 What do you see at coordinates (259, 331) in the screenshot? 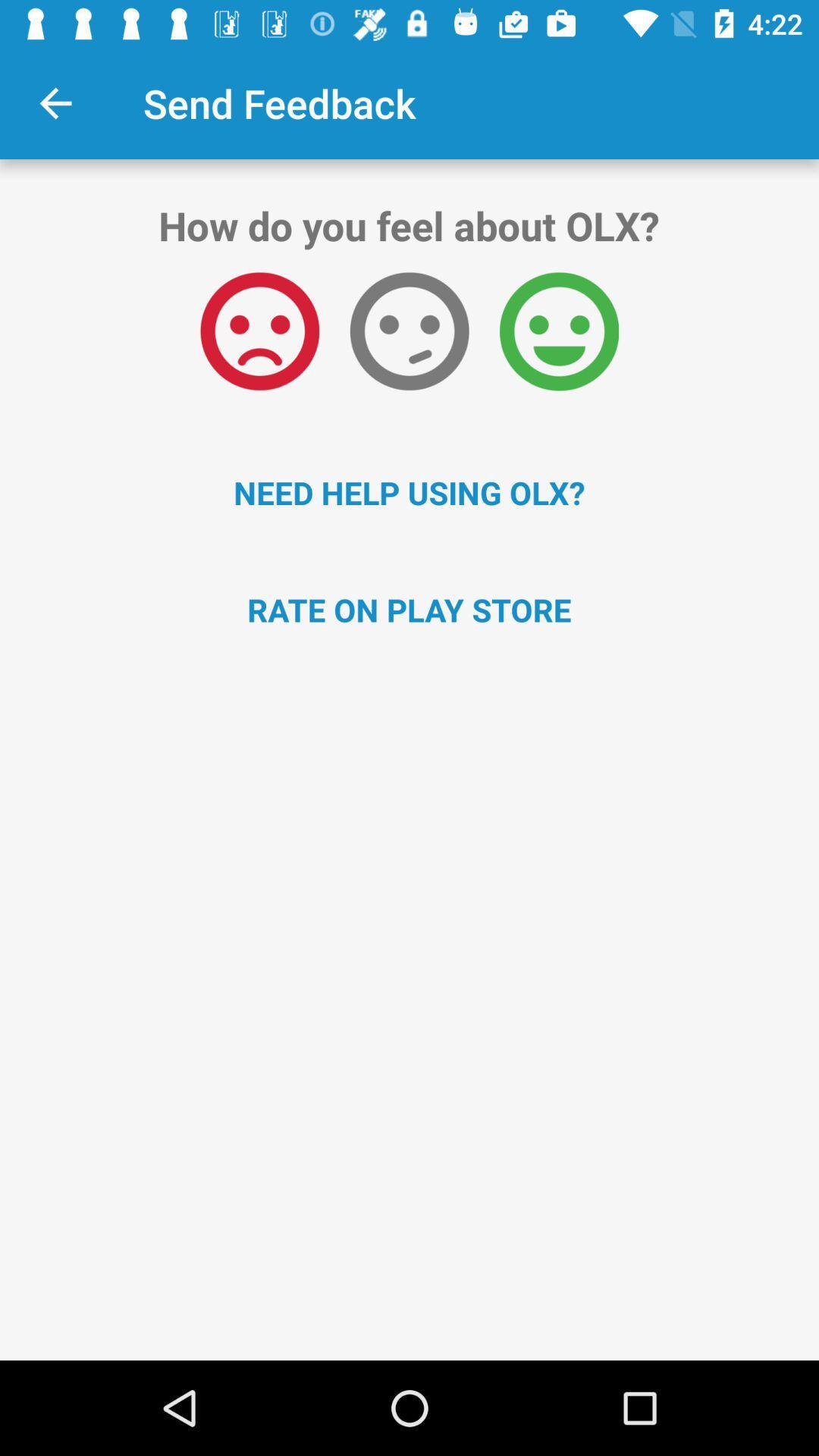
I see `icon above the need help using item` at bounding box center [259, 331].